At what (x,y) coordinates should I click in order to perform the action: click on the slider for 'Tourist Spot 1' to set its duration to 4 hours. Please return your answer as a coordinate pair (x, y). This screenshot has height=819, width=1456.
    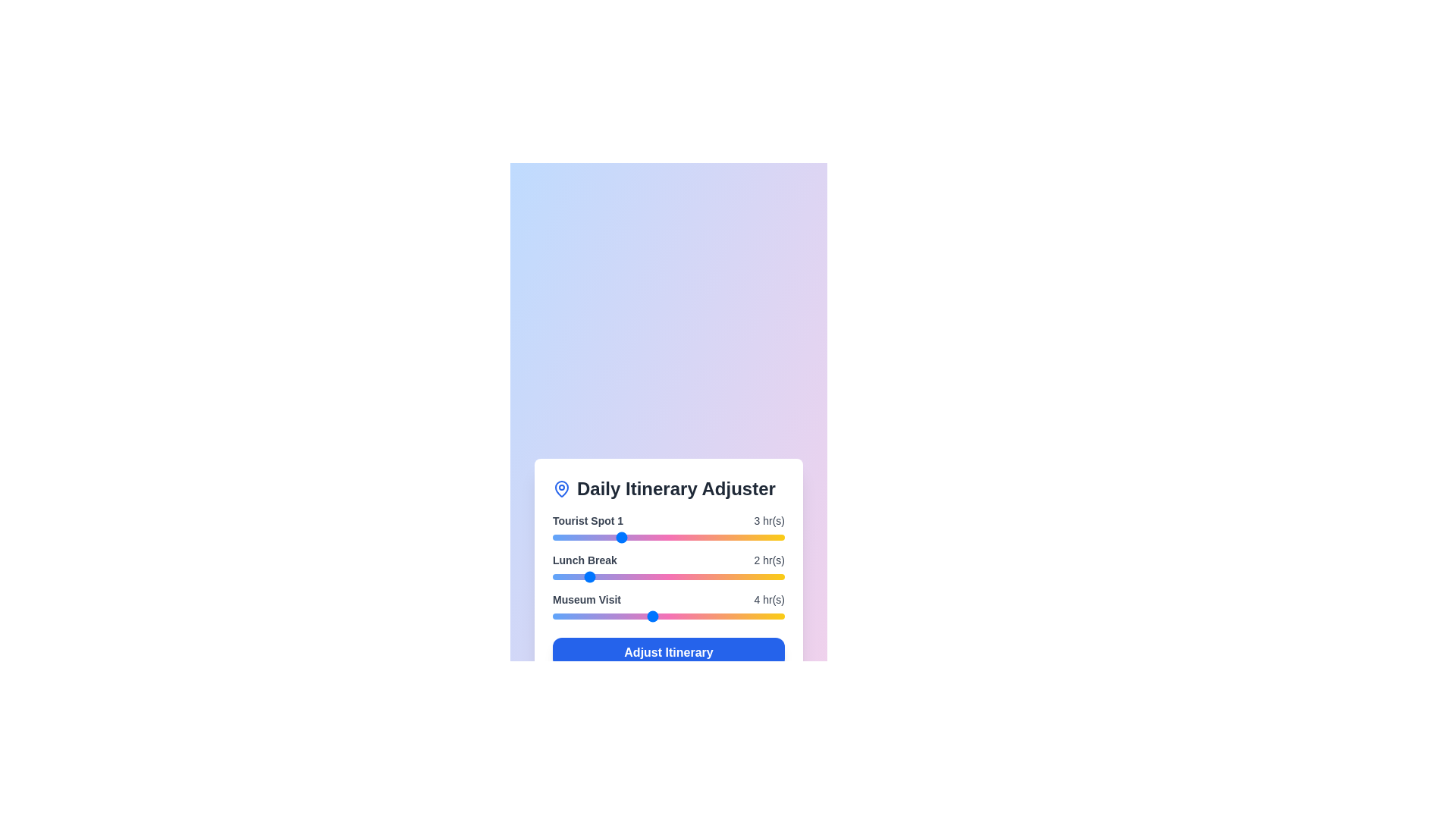
    Looking at the image, I should click on (652, 537).